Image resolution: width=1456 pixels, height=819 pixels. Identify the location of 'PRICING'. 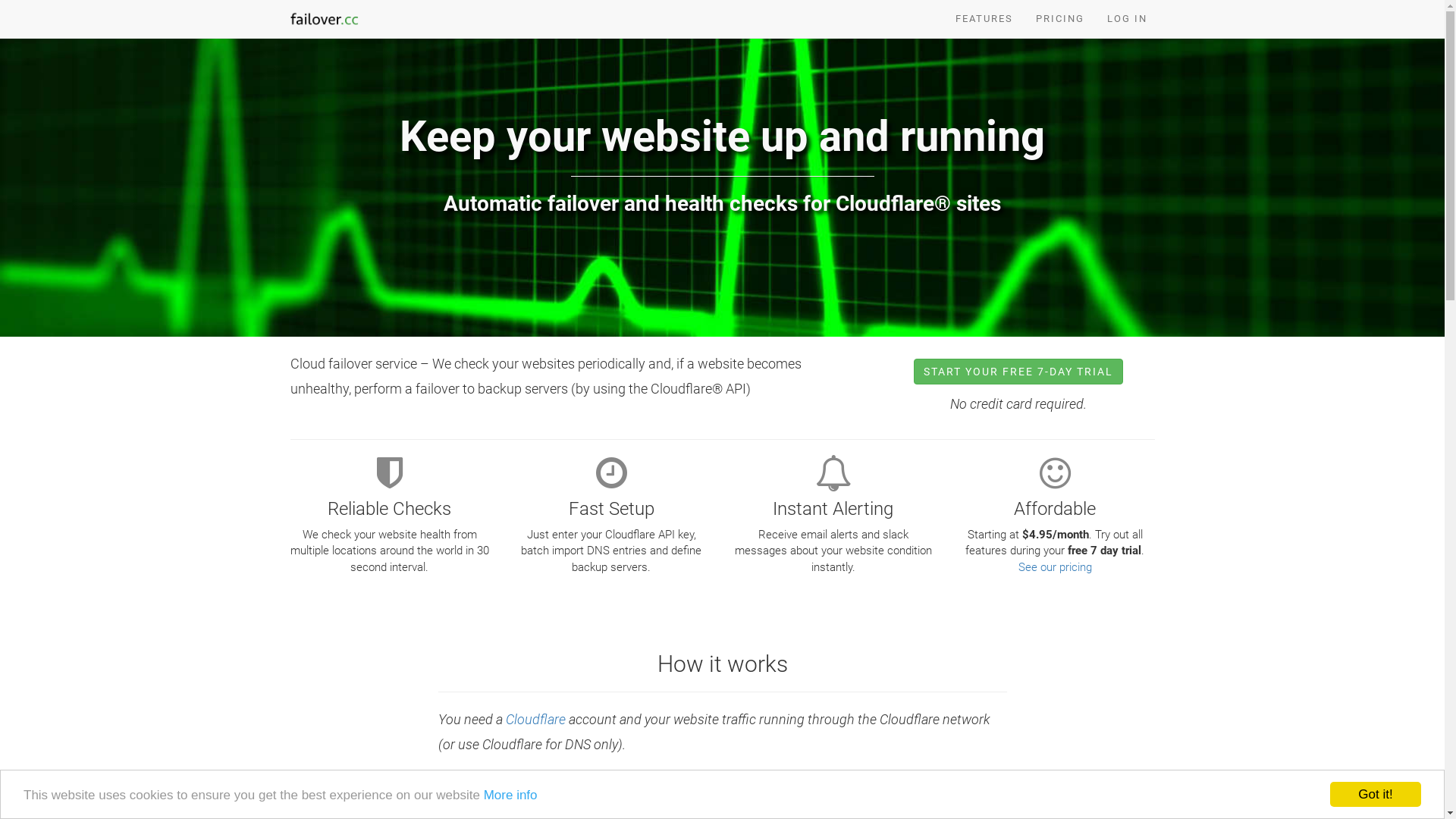
(1023, 18).